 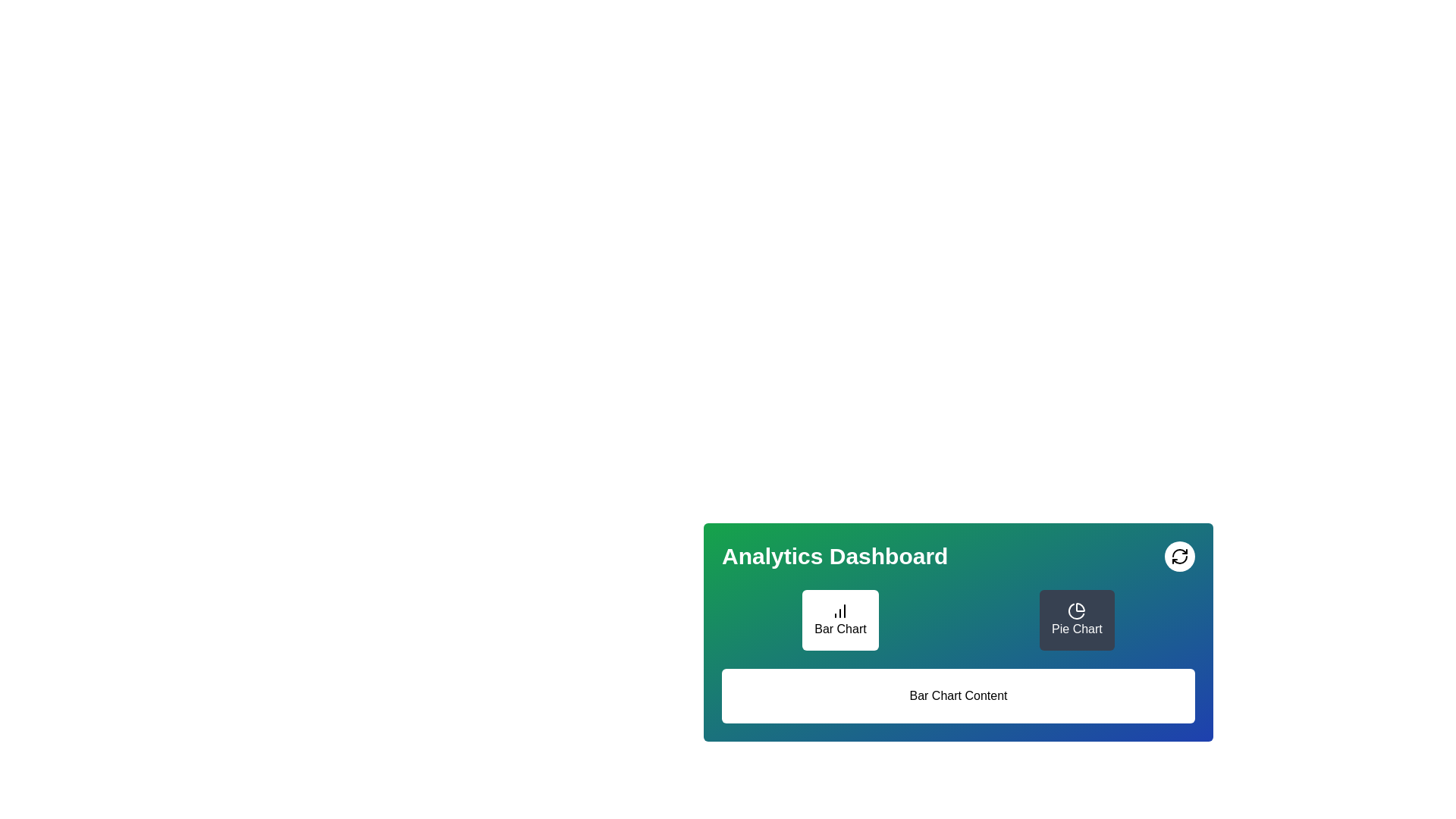 What do you see at coordinates (1043, 648) in the screenshot?
I see `the 'Pie Chart' button` at bounding box center [1043, 648].